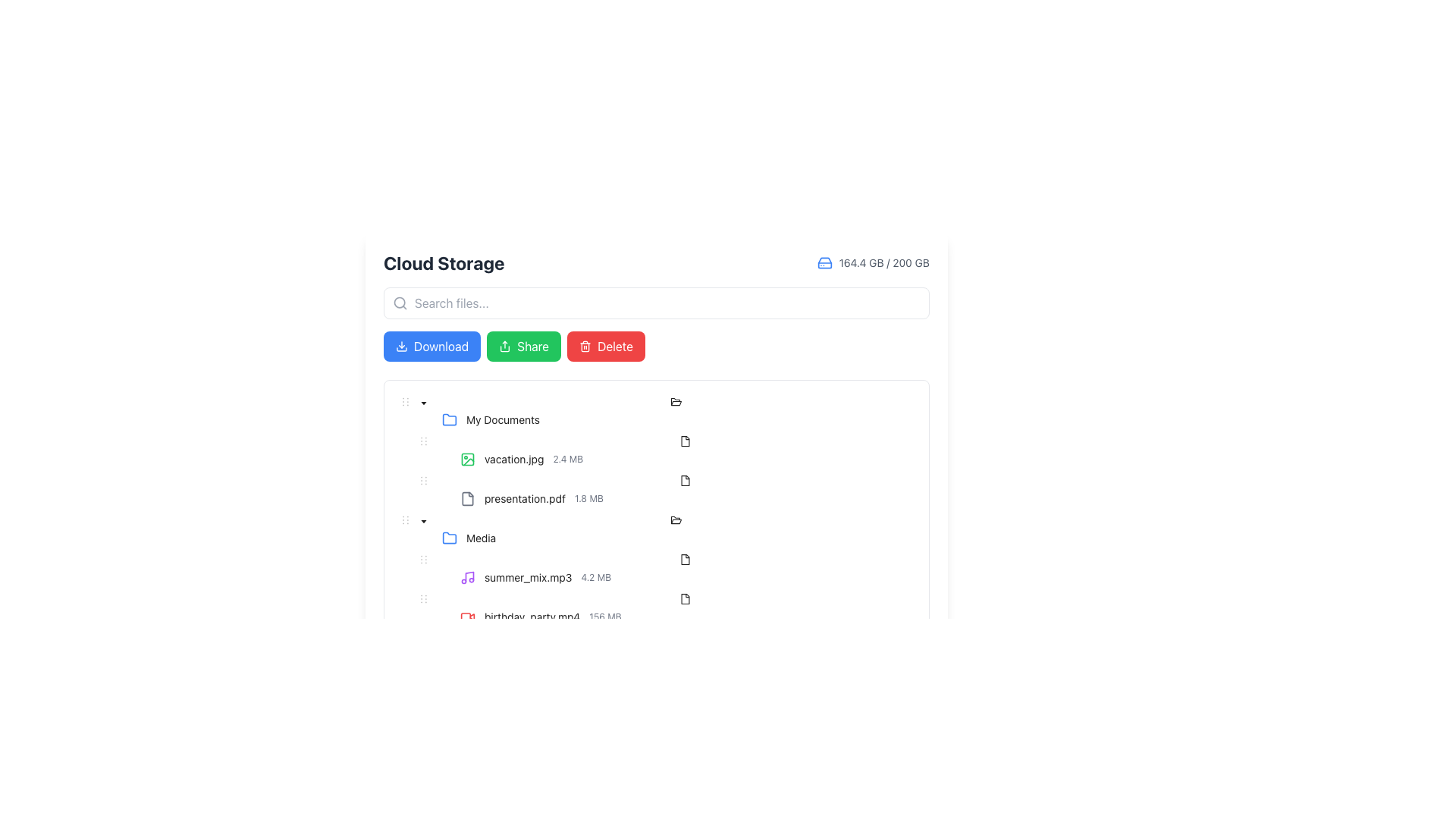  Describe the element at coordinates (525, 499) in the screenshot. I see `the static text label identifying the file 'presentation.pdf' in the cloud storage interface` at that location.